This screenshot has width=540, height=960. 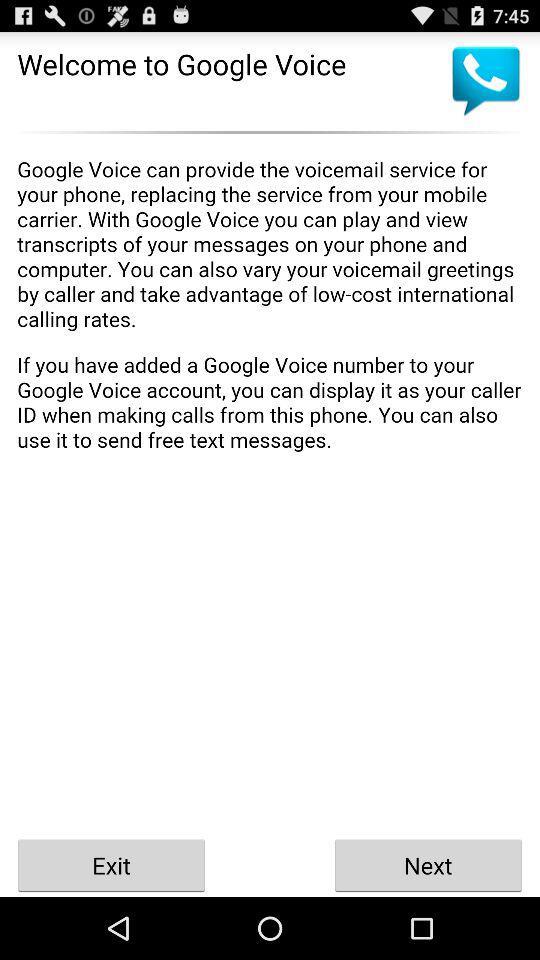 I want to click on item at the bottom left corner, so click(x=111, y=864).